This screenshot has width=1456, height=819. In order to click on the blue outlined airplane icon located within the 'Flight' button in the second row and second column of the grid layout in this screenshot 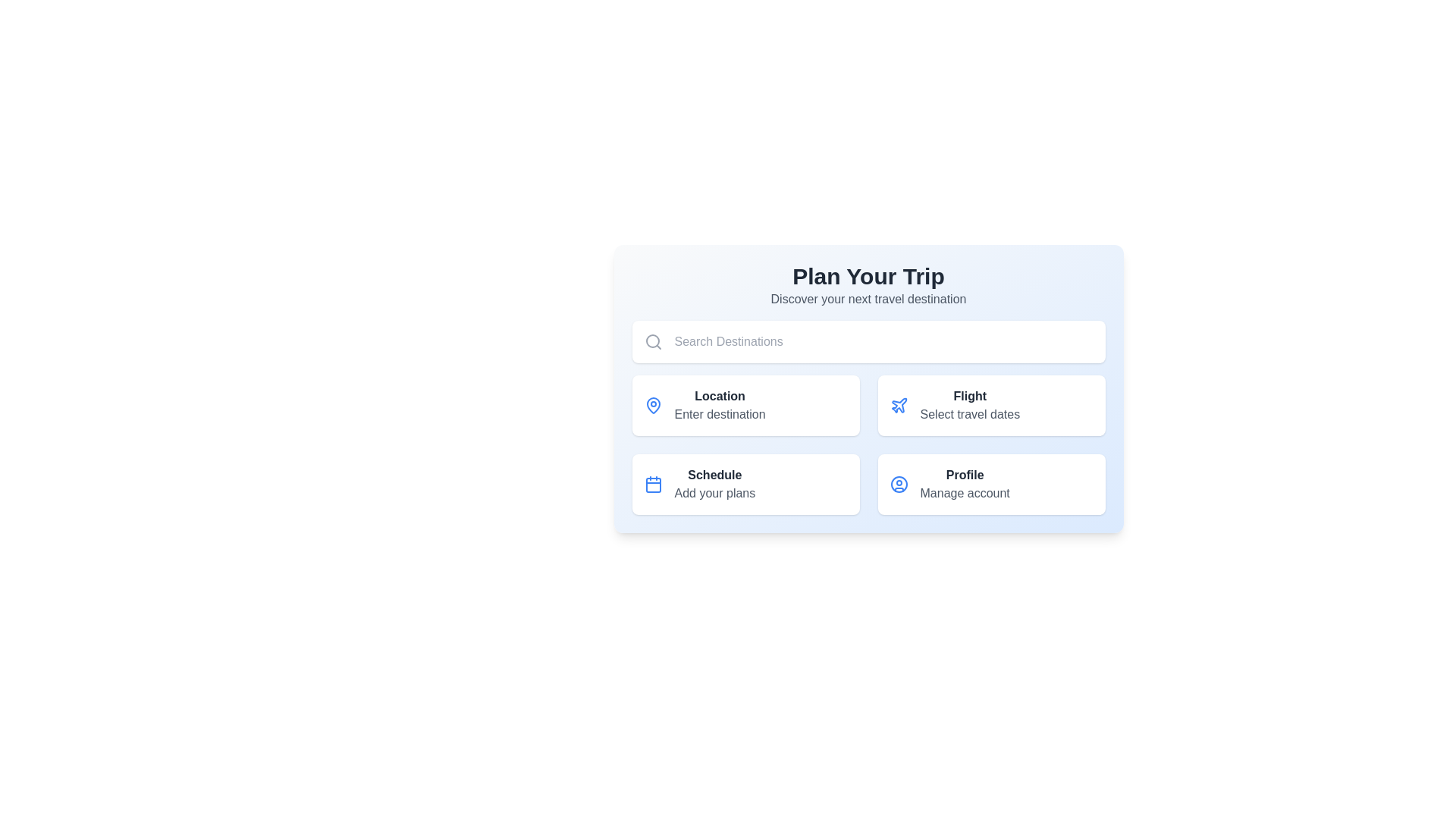, I will do `click(899, 405)`.